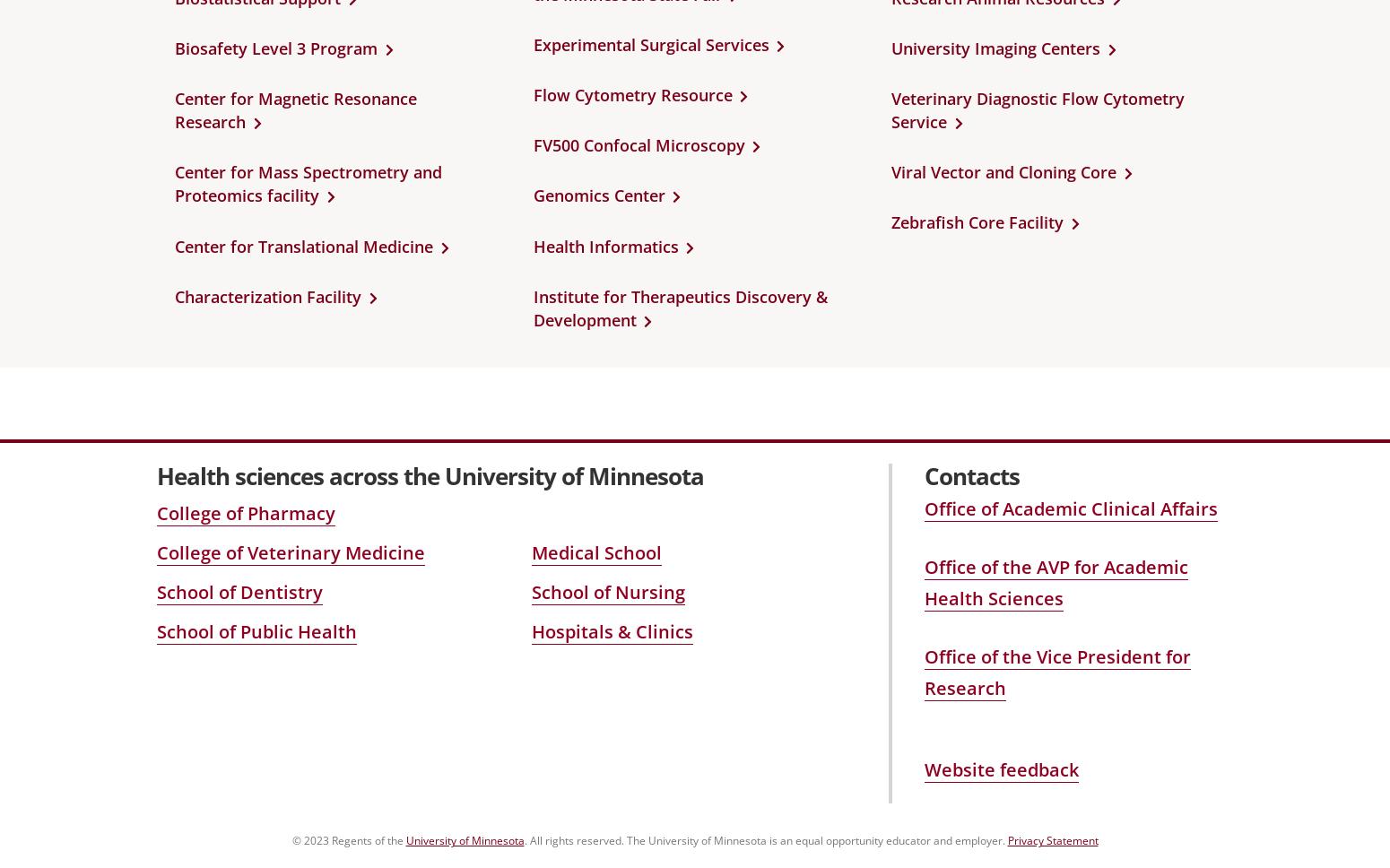 This screenshot has height=868, width=1390. I want to click on 'Regents of the', so click(367, 839).